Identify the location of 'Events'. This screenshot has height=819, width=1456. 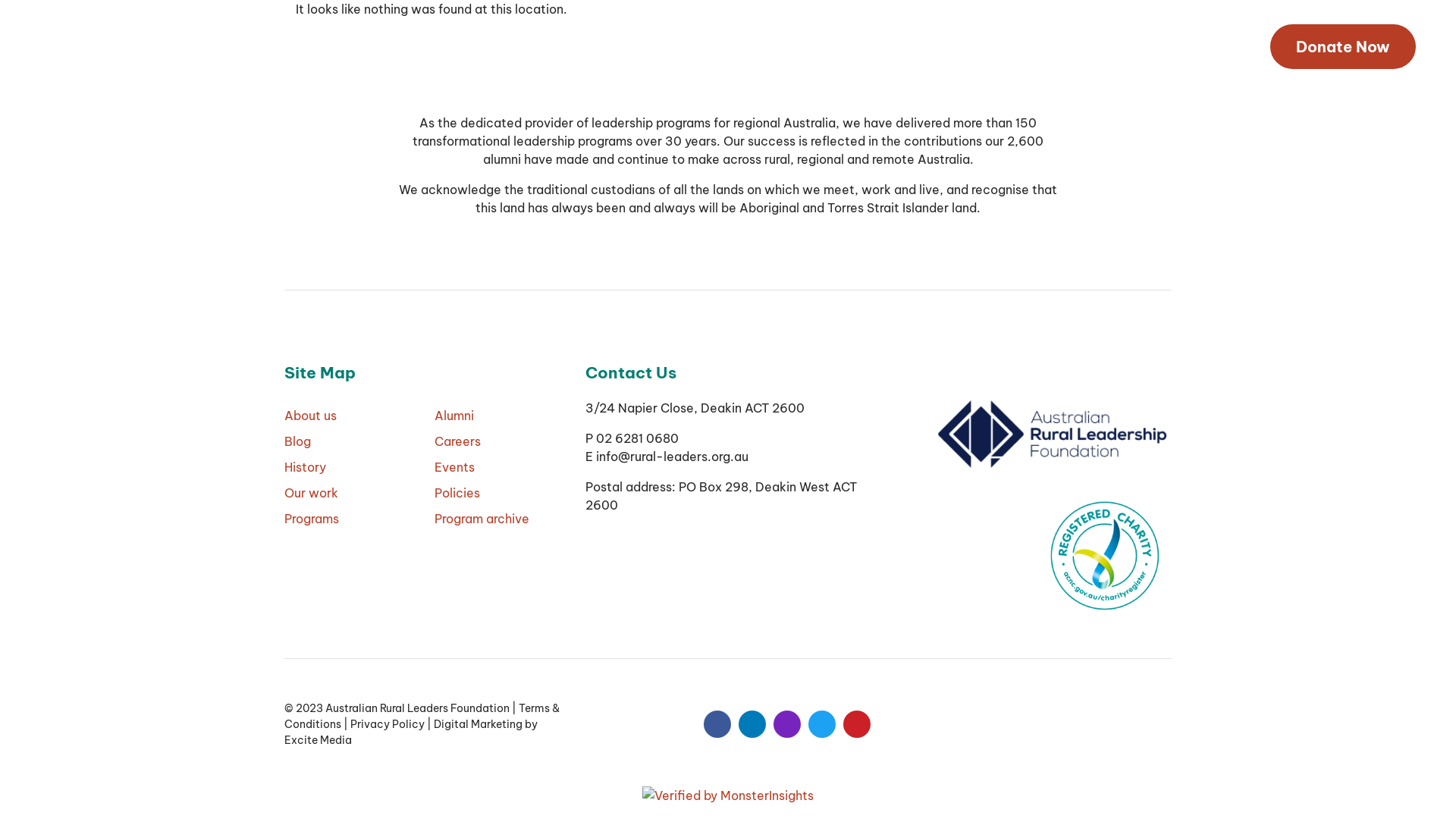
(433, 466).